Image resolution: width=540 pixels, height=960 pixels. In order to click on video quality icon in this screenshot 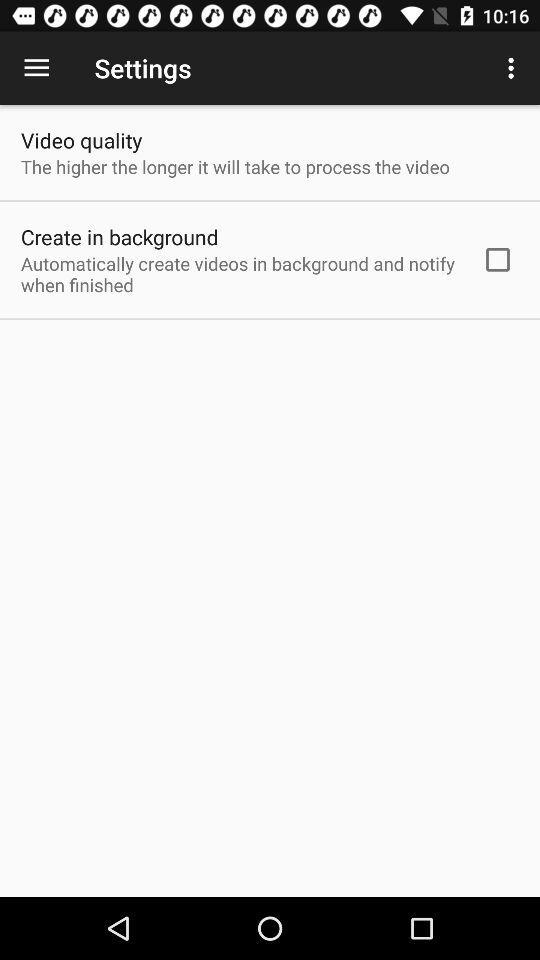, I will do `click(80, 139)`.